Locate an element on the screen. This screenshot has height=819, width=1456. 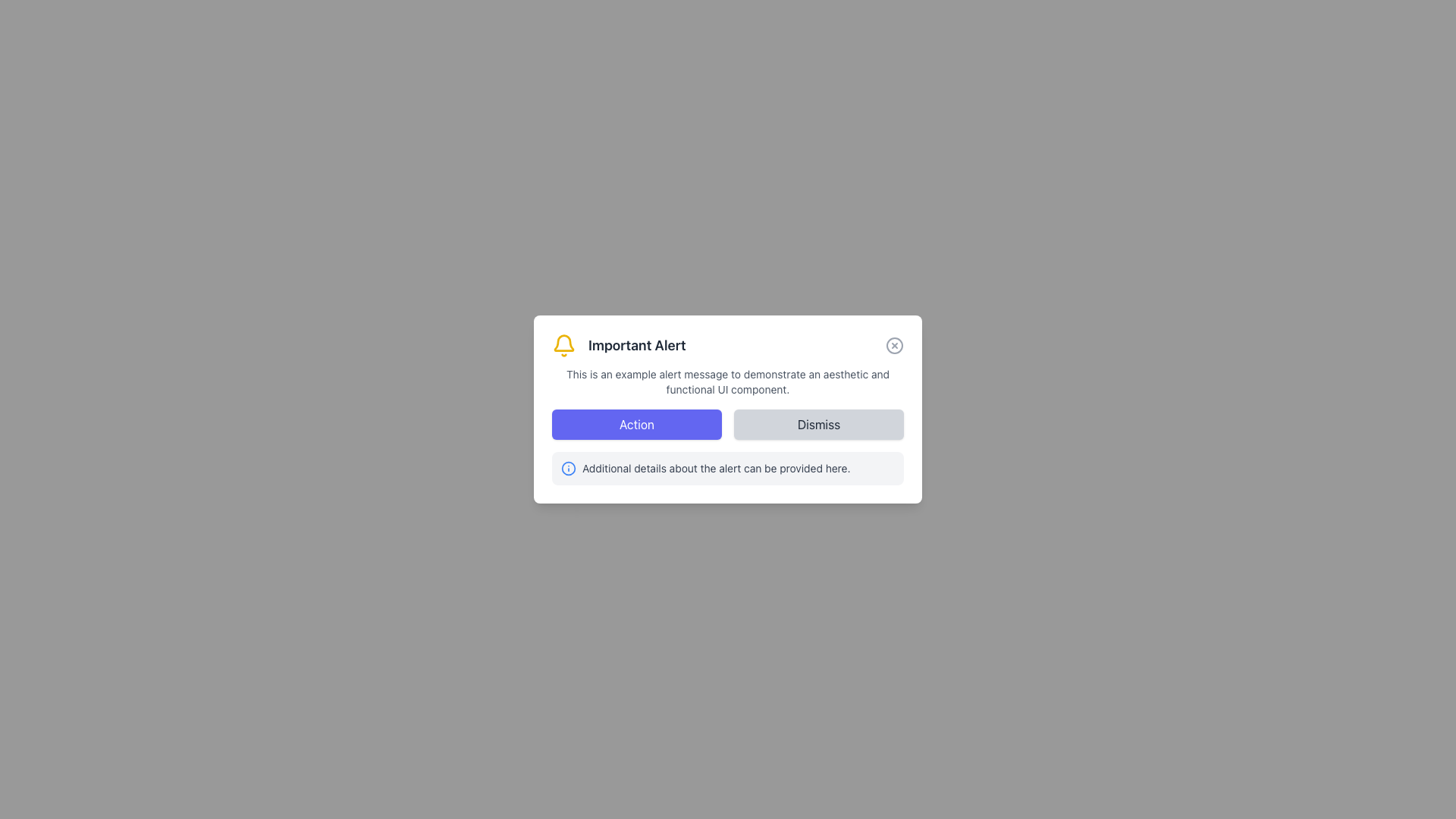
the text display element that contains the message: 'This is an example alert message to demonstrate an aesthetic and functional UI component.' positioned below the heading 'Important Alert' is located at coordinates (728, 381).